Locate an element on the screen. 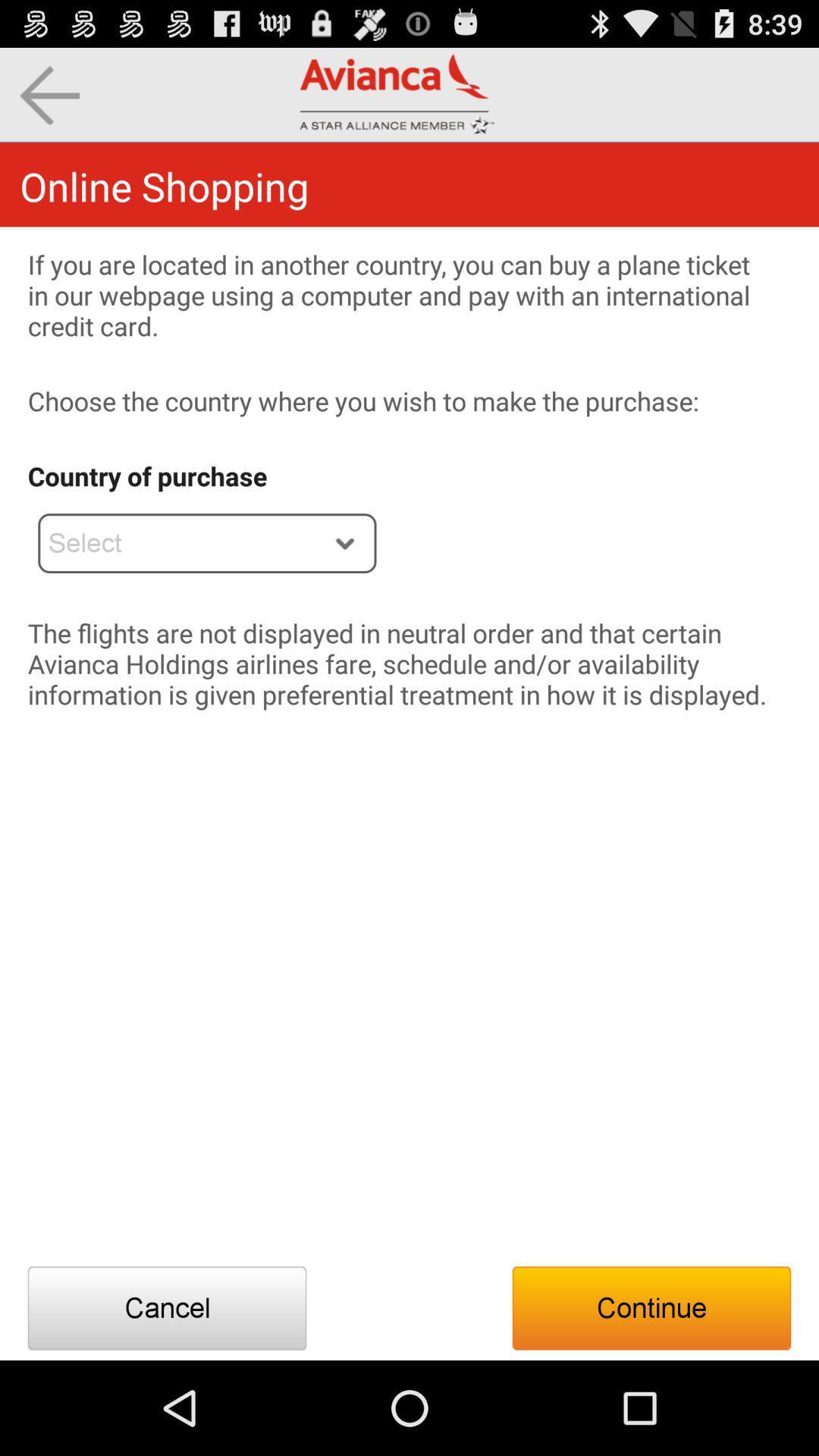 The image size is (819, 1456). button to the right of cancel icon is located at coordinates (651, 1307).